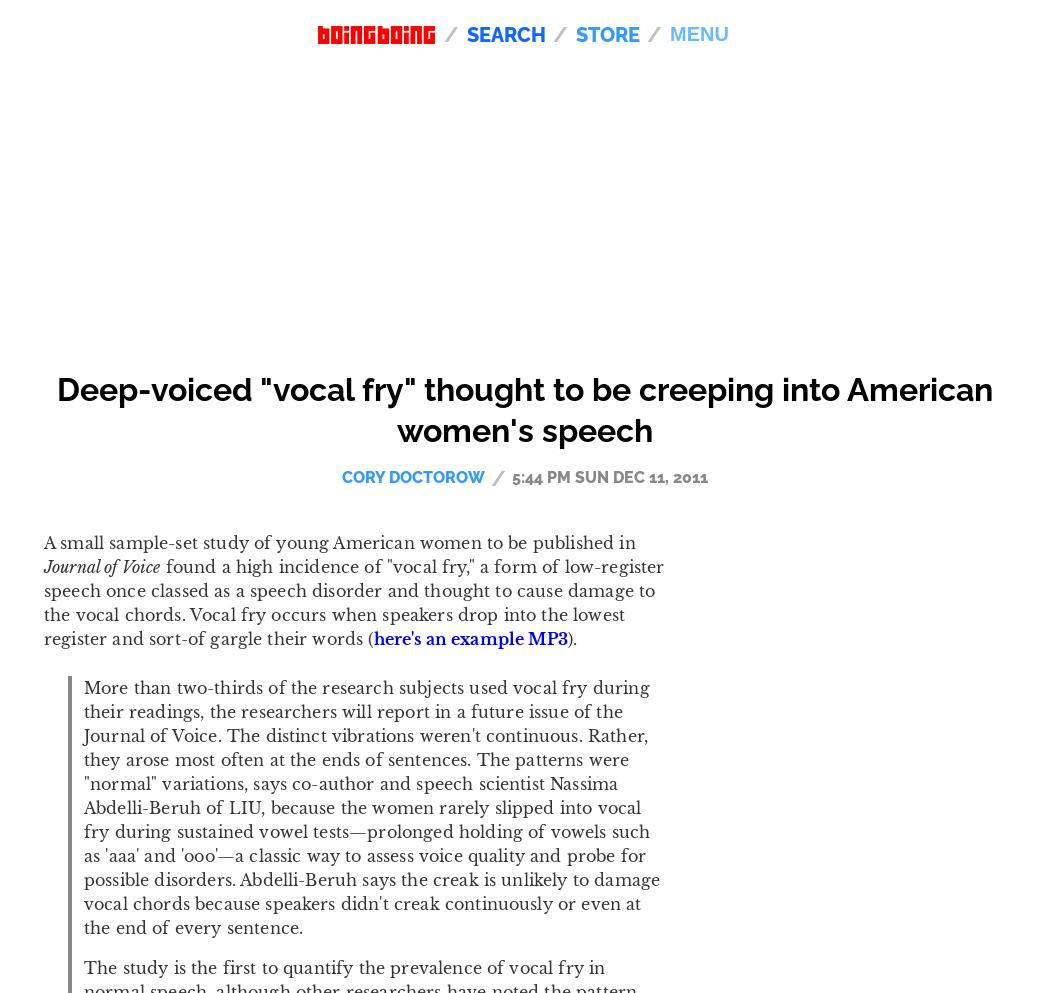  What do you see at coordinates (562, 475) in the screenshot?
I see `'5:44 pm Sun'` at bounding box center [562, 475].